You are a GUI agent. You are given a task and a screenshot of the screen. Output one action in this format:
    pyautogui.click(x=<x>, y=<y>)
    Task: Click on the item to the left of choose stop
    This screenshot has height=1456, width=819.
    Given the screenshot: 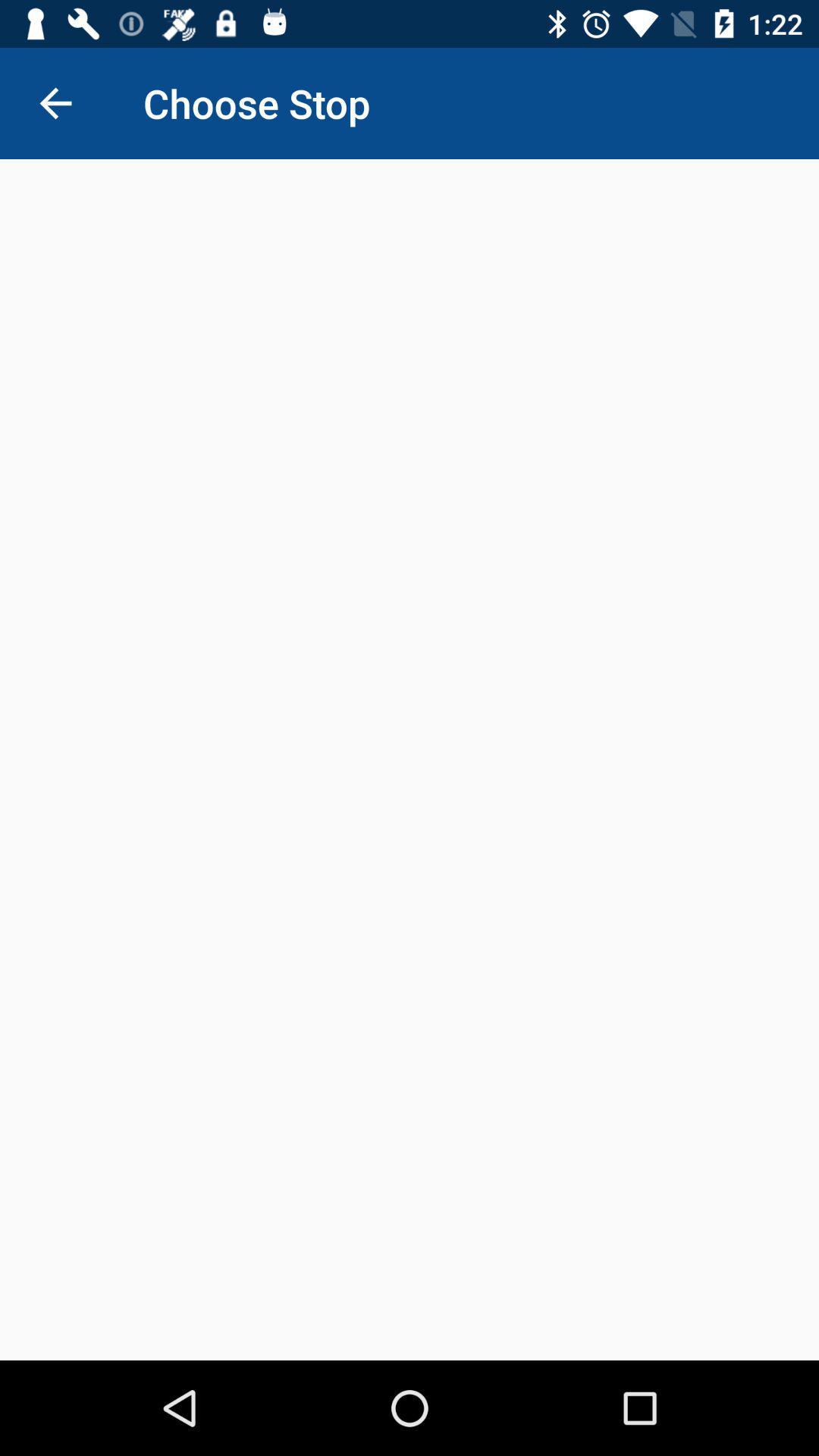 What is the action you would take?
    pyautogui.click(x=55, y=102)
    